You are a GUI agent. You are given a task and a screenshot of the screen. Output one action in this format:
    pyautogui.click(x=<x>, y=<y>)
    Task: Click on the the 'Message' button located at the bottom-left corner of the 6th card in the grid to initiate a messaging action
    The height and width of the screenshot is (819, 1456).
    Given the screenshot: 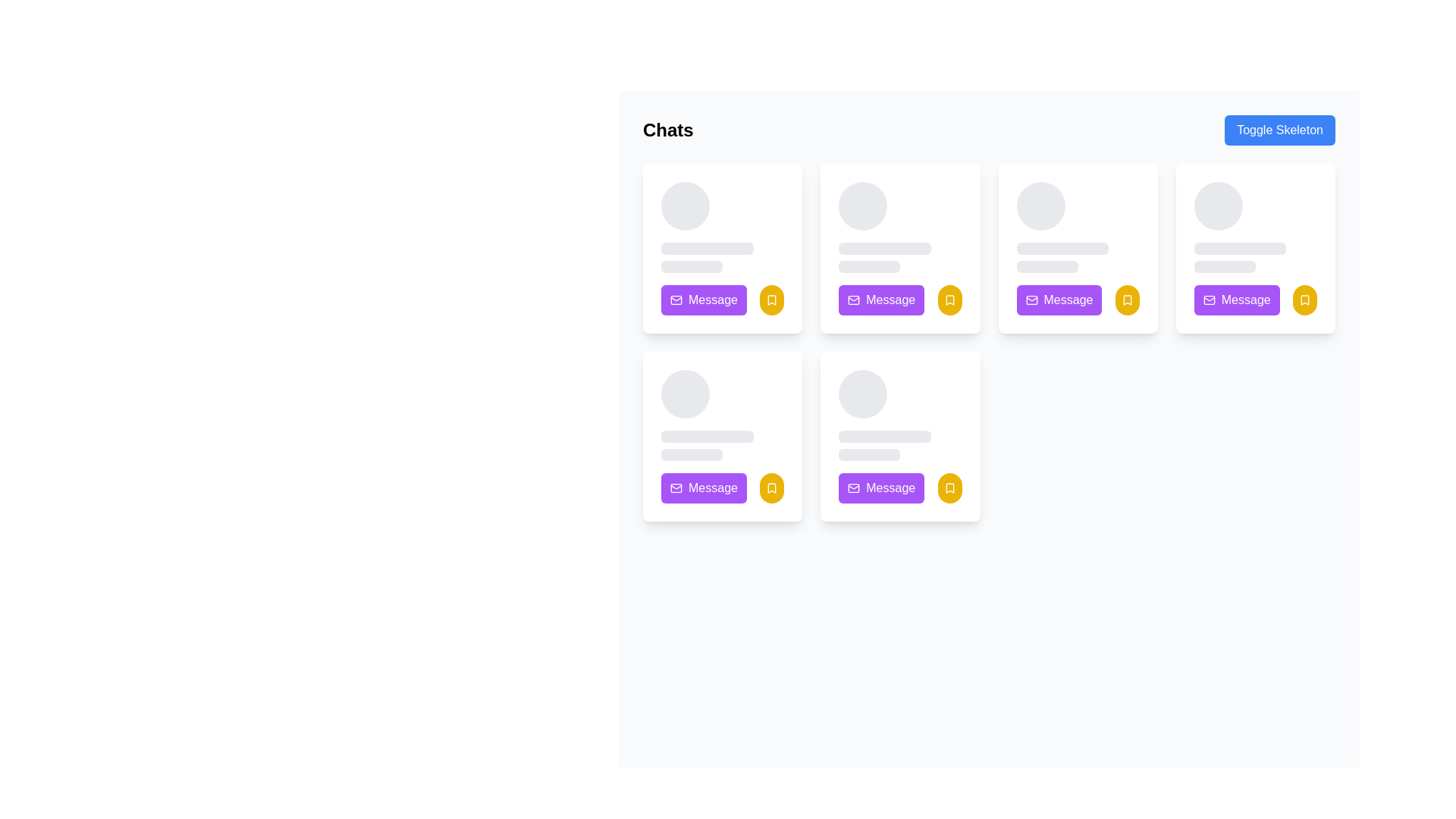 What is the action you would take?
    pyautogui.click(x=881, y=488)
    